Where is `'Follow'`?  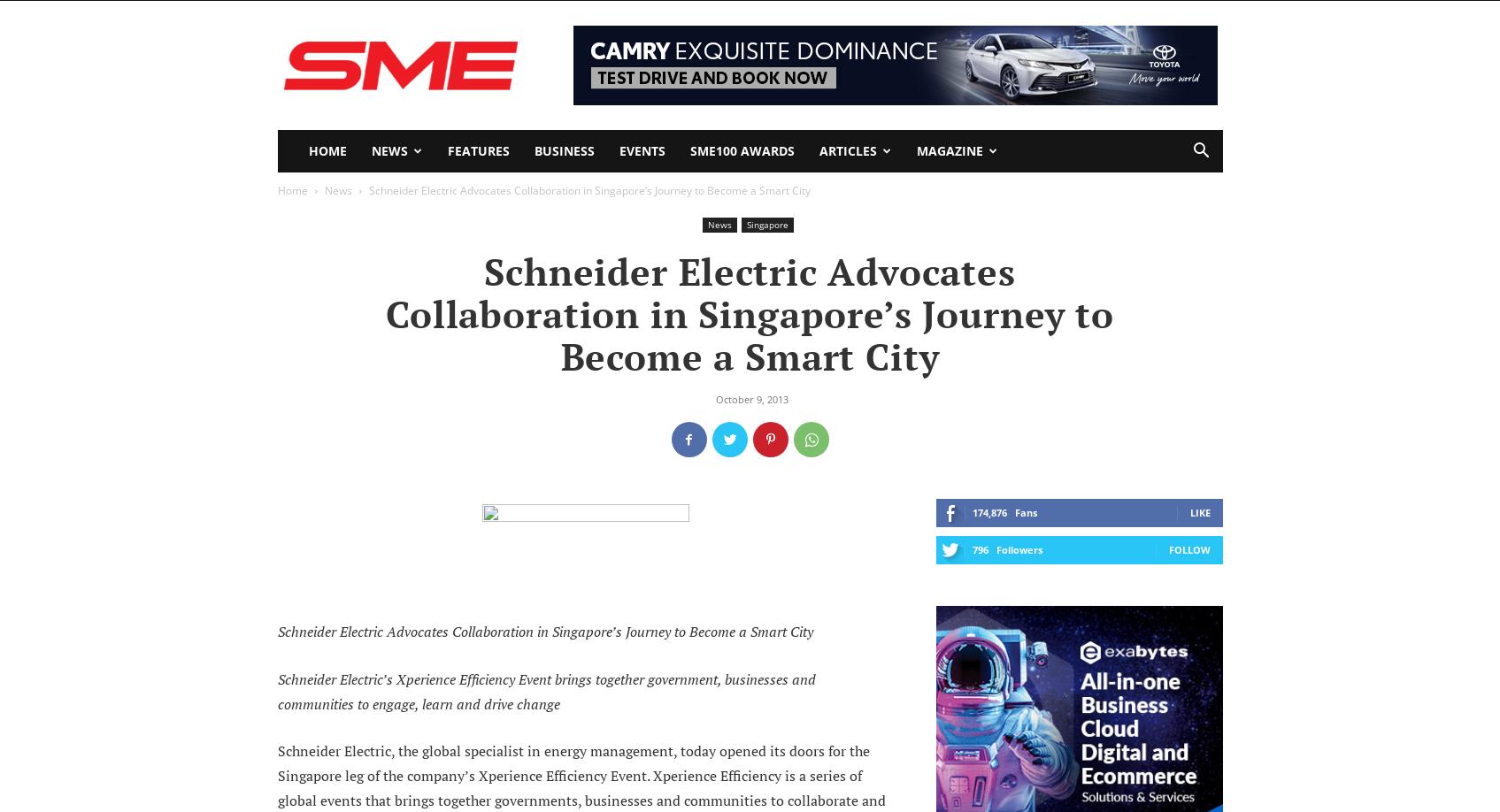
'Follow' is located at coordinates (1168, 549).